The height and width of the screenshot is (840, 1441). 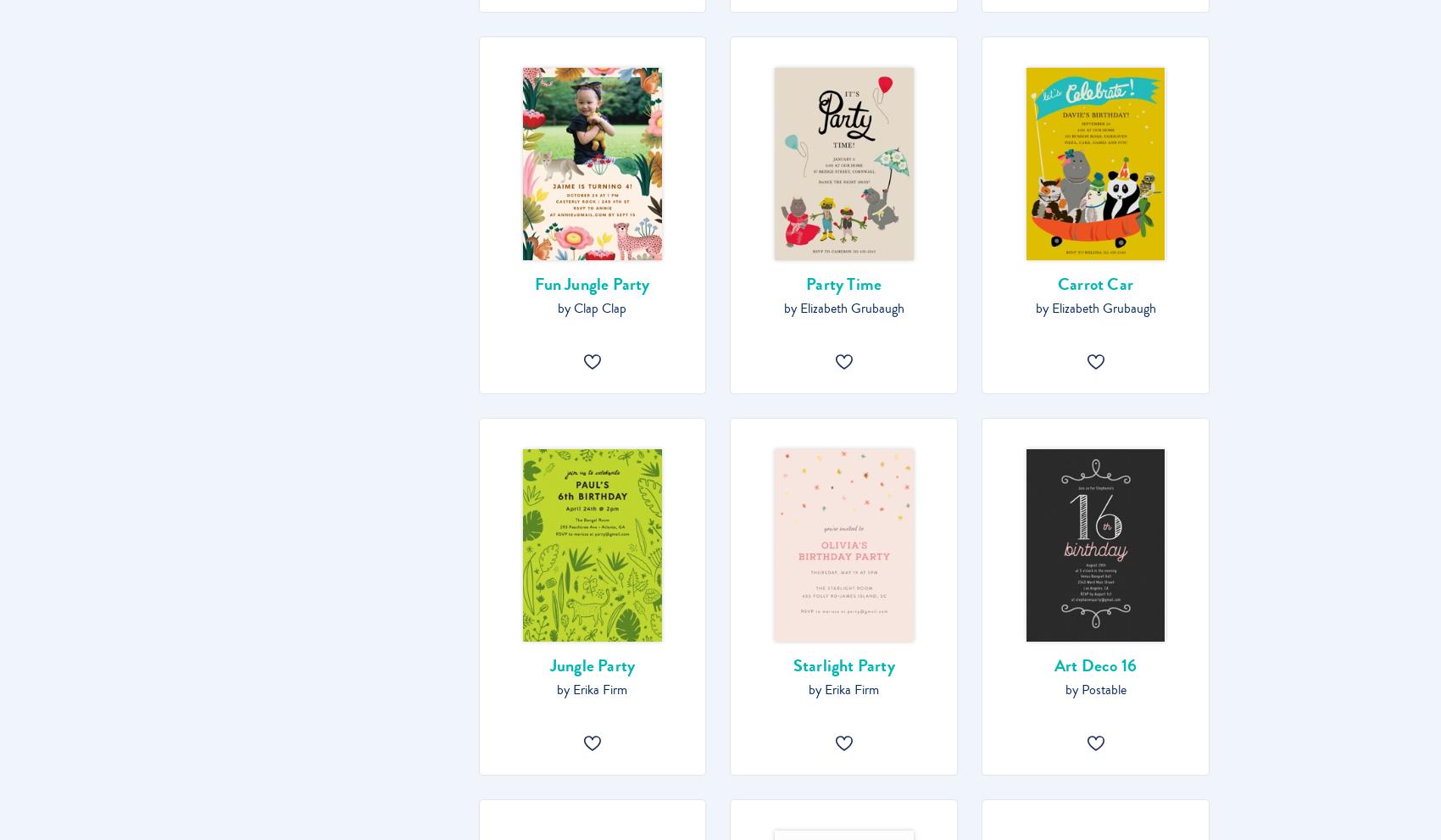 What do you see at coordinates (1103, 689) in the screenshot?
I see `'Postable'` at bounding box center [1103, 689].